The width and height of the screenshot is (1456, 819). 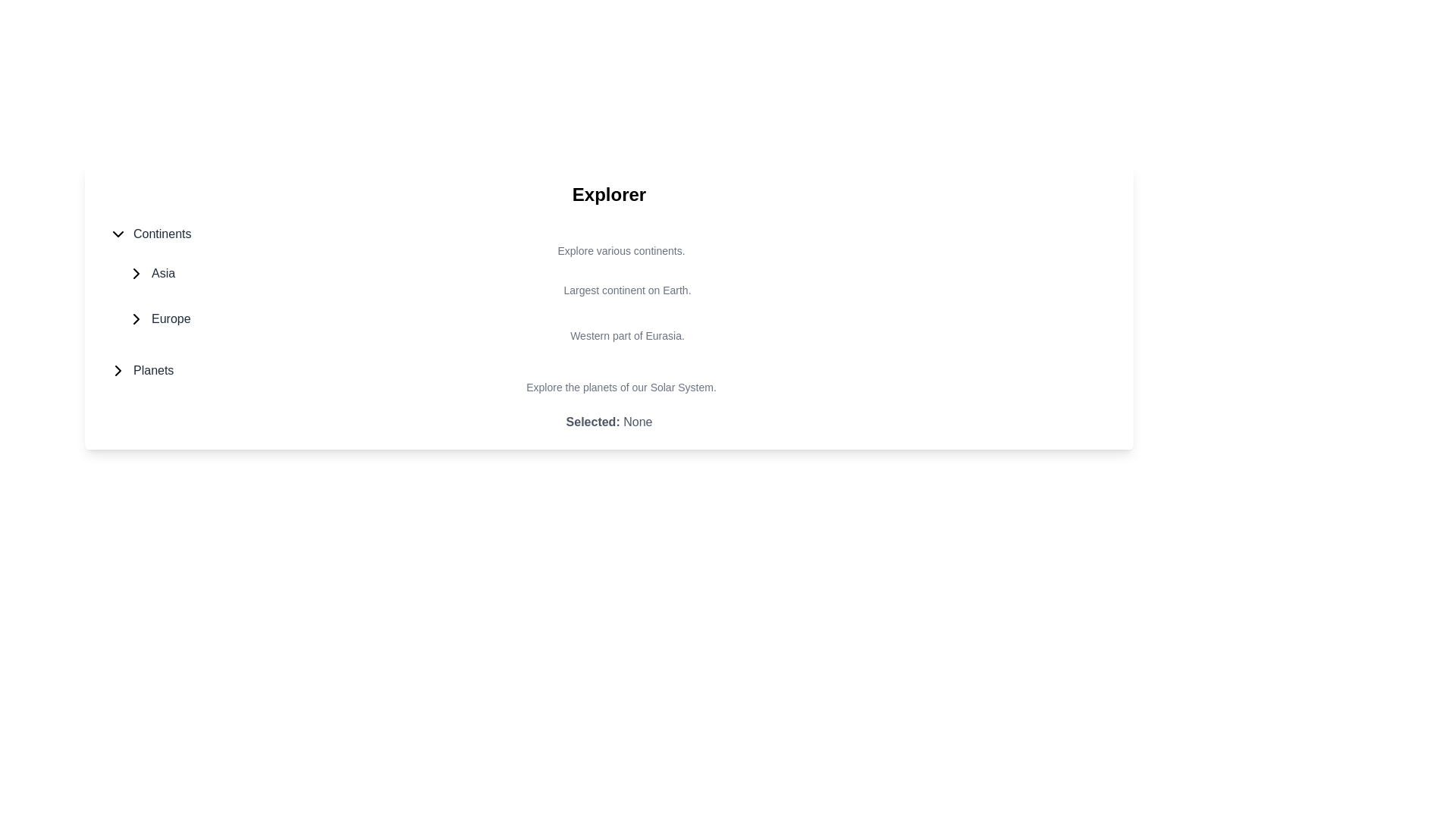 What do you see at coordinates (136, 318) in the screenshot?
I see `the small chevron button with a thin black outline, located to the left of the 'Europe' text label` at bounding box center [136, 318].